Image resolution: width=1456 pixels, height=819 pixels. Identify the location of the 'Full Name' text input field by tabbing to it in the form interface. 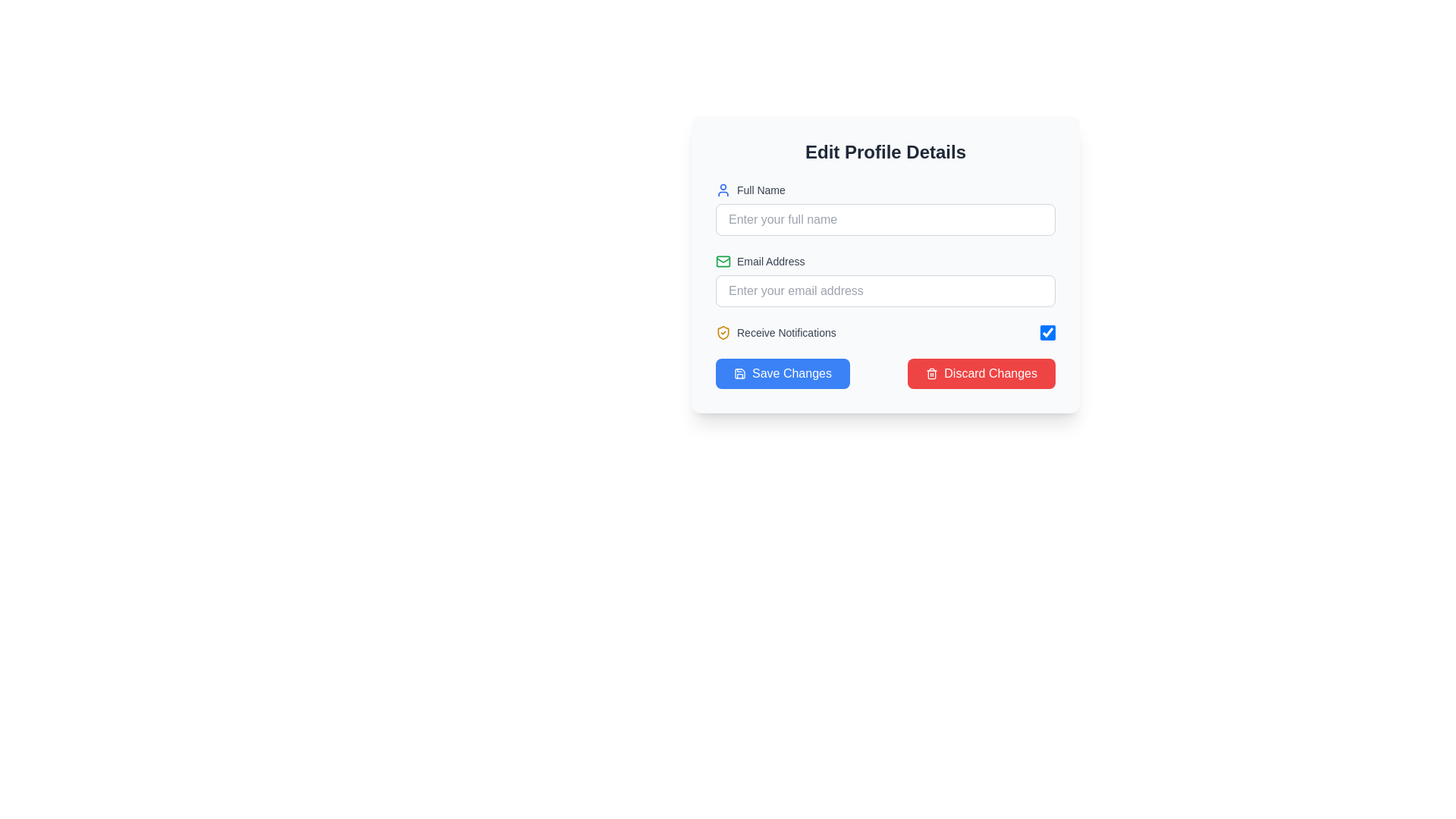
(885, 209).